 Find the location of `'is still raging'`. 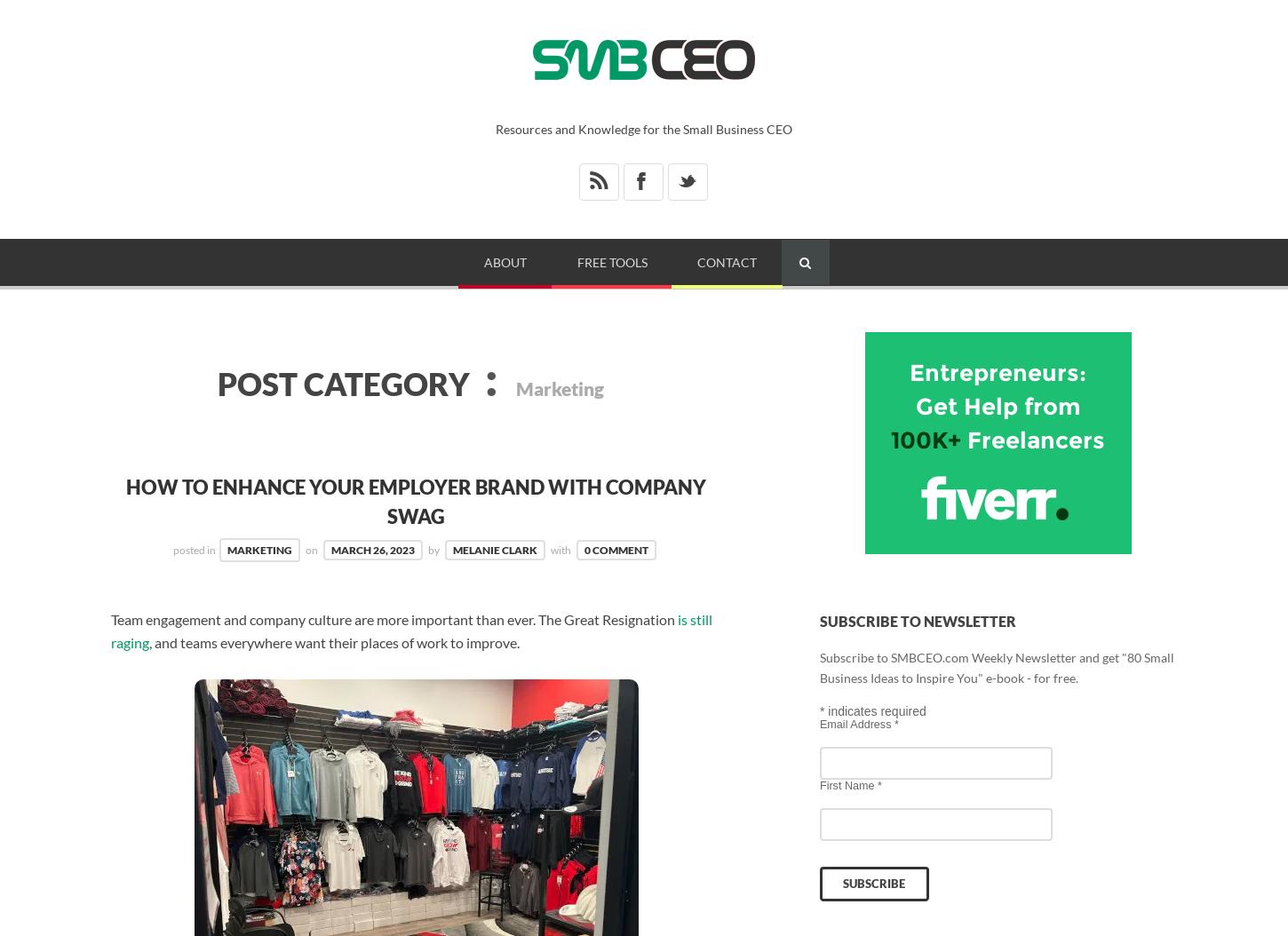

'is still raging' is located at coordinates (410, 630).